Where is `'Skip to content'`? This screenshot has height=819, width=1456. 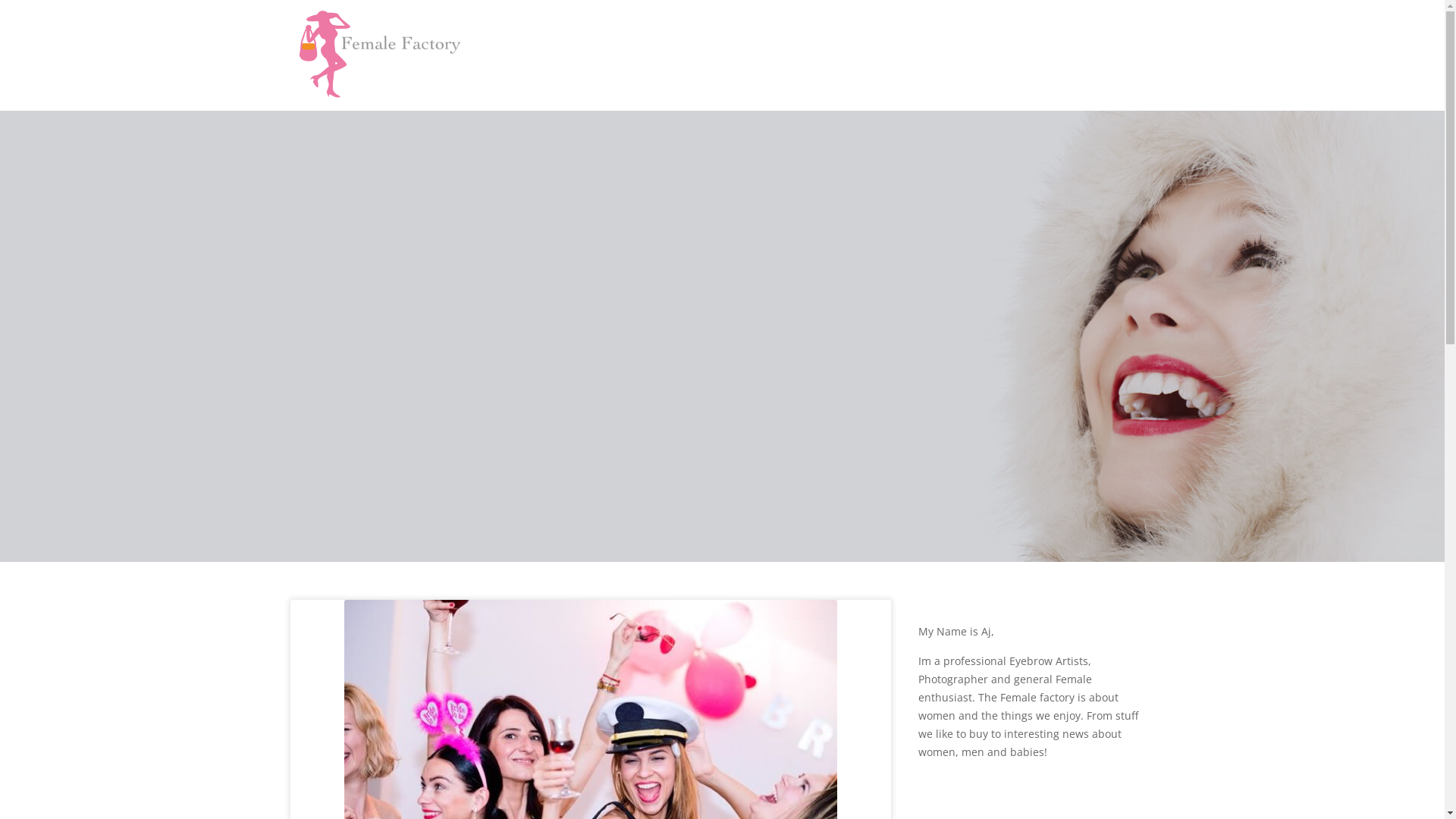
'Skip to content' is located at coordinates (0, 0).